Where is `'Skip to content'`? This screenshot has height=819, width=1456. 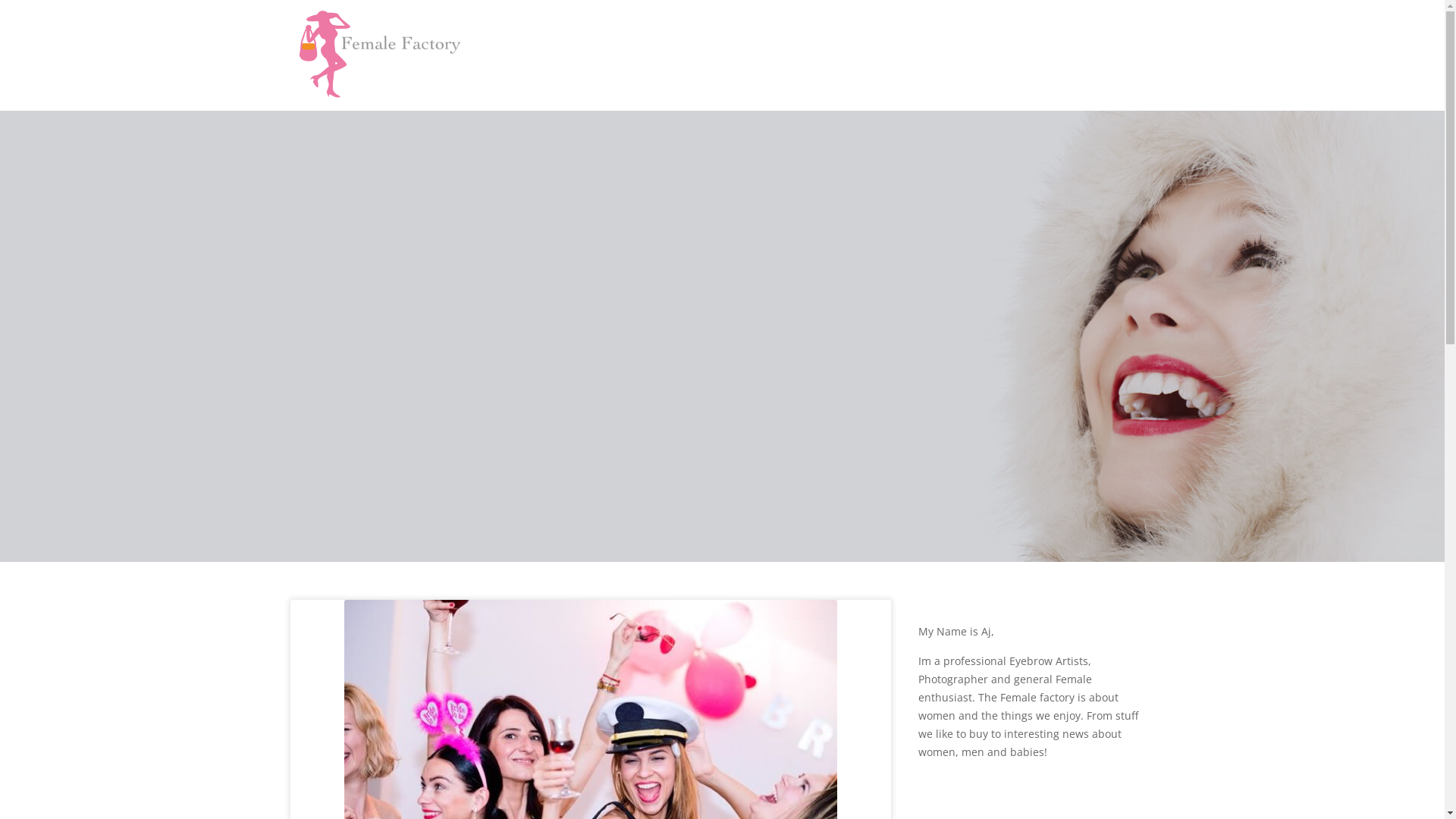
'Skip to content' is located at coordinates (0, 0).